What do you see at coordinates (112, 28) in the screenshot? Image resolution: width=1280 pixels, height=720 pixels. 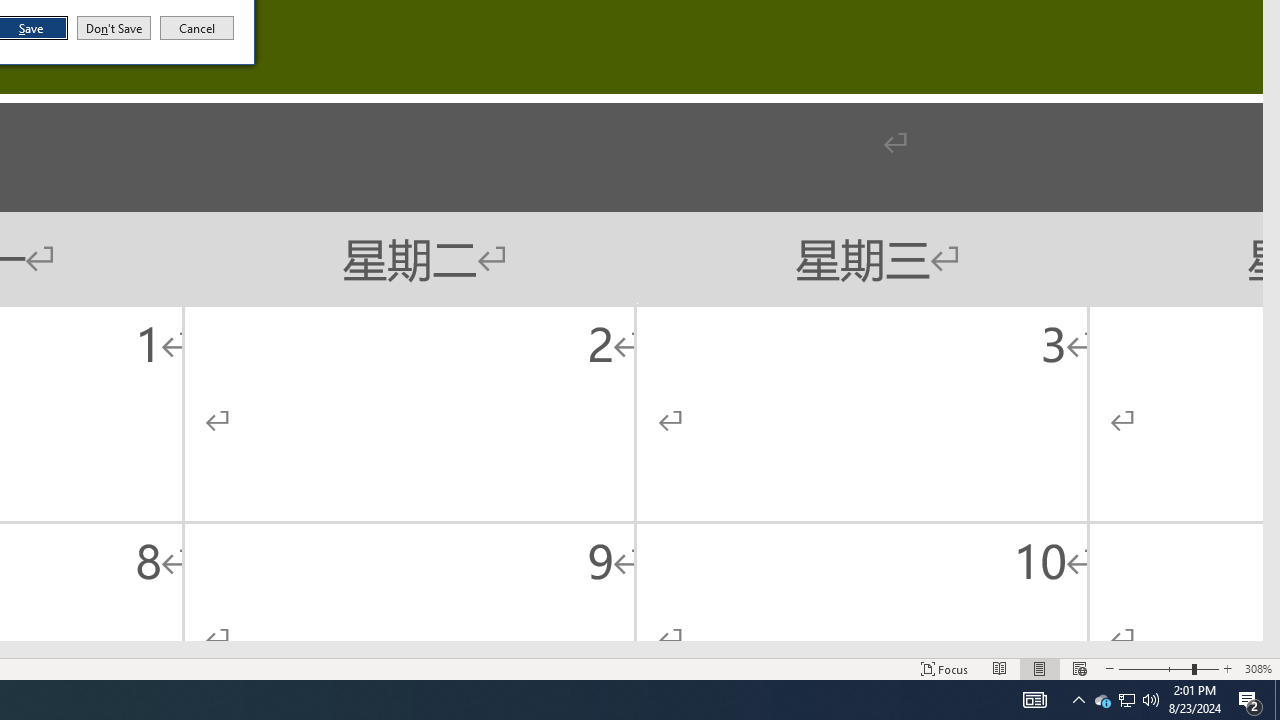 I see `'Don'` at bounding box center [112, 28].